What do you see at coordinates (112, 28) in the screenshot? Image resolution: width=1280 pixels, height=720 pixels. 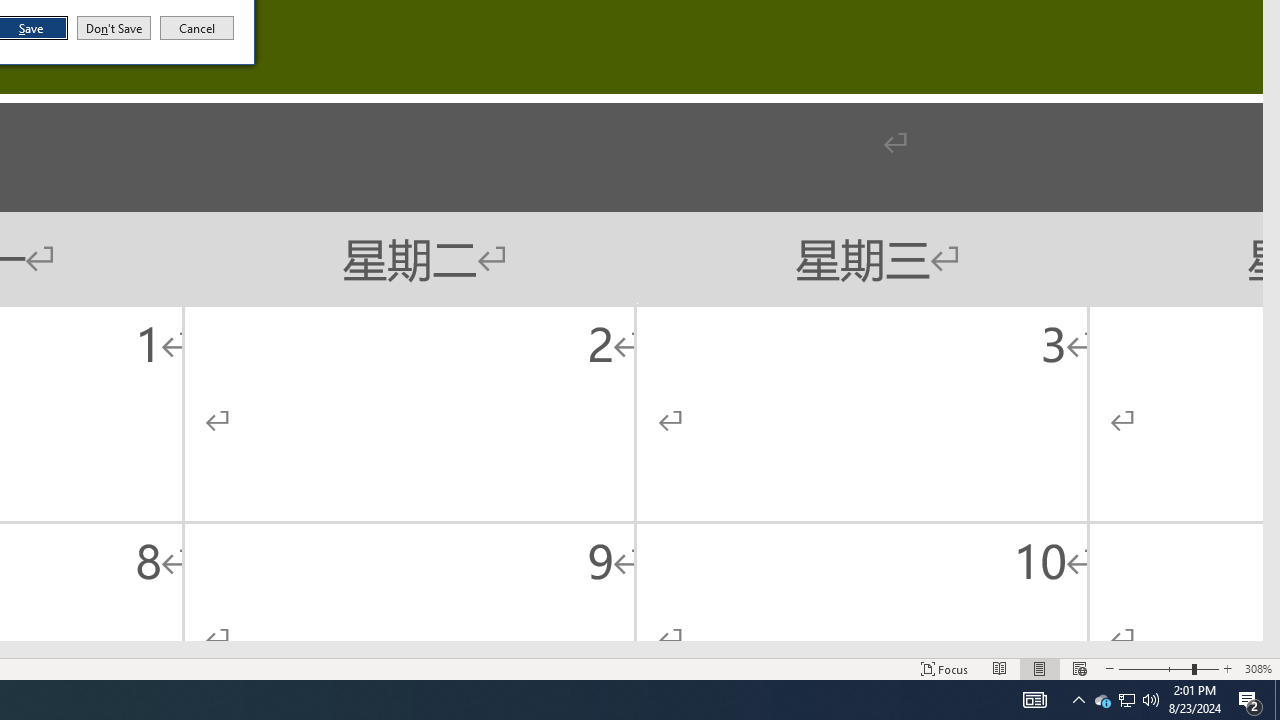 I see `'Don'` at bounding box center [112, 28].